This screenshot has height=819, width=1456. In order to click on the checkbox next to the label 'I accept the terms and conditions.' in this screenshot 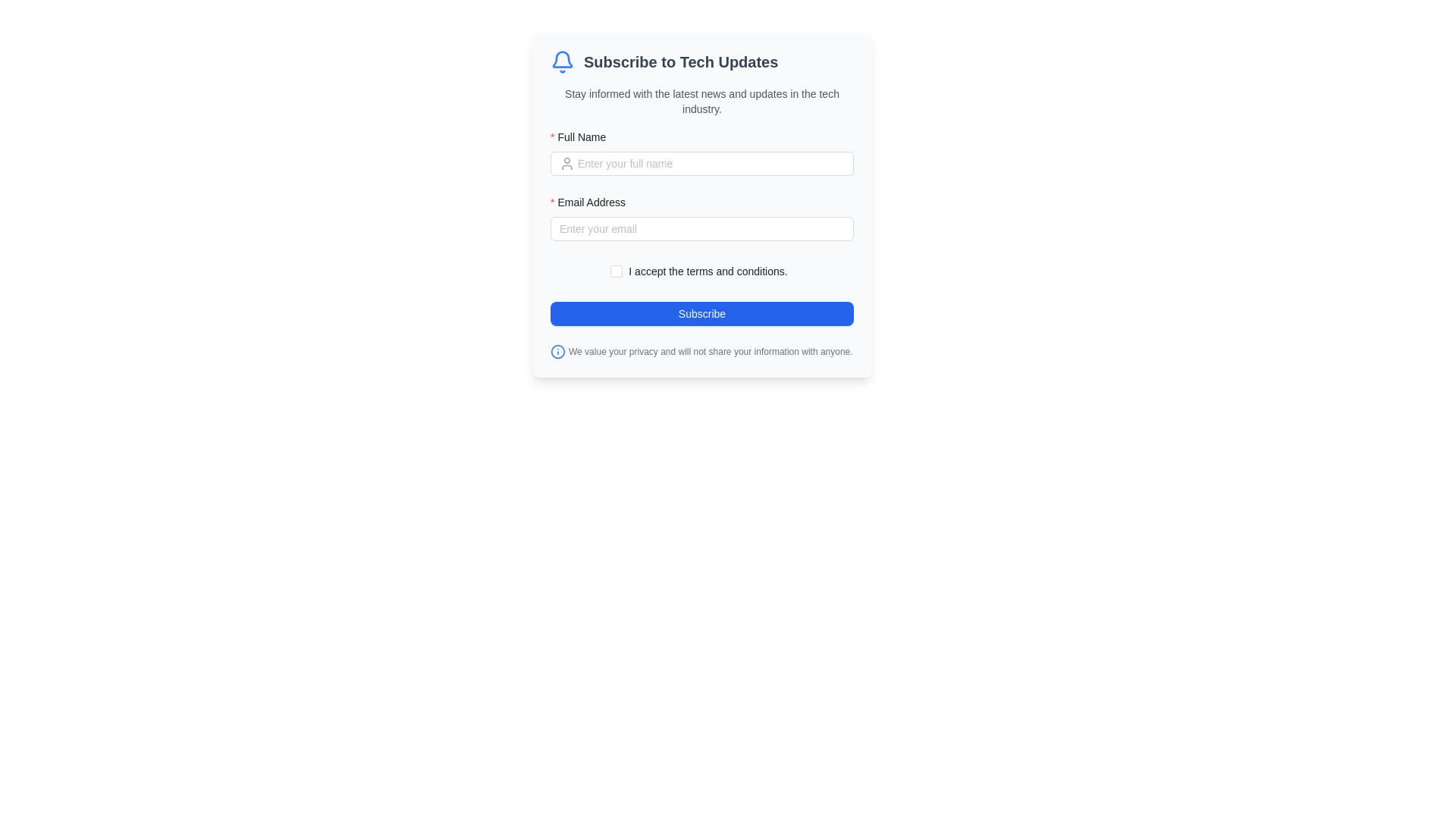, I will do `click(701, 271)`.